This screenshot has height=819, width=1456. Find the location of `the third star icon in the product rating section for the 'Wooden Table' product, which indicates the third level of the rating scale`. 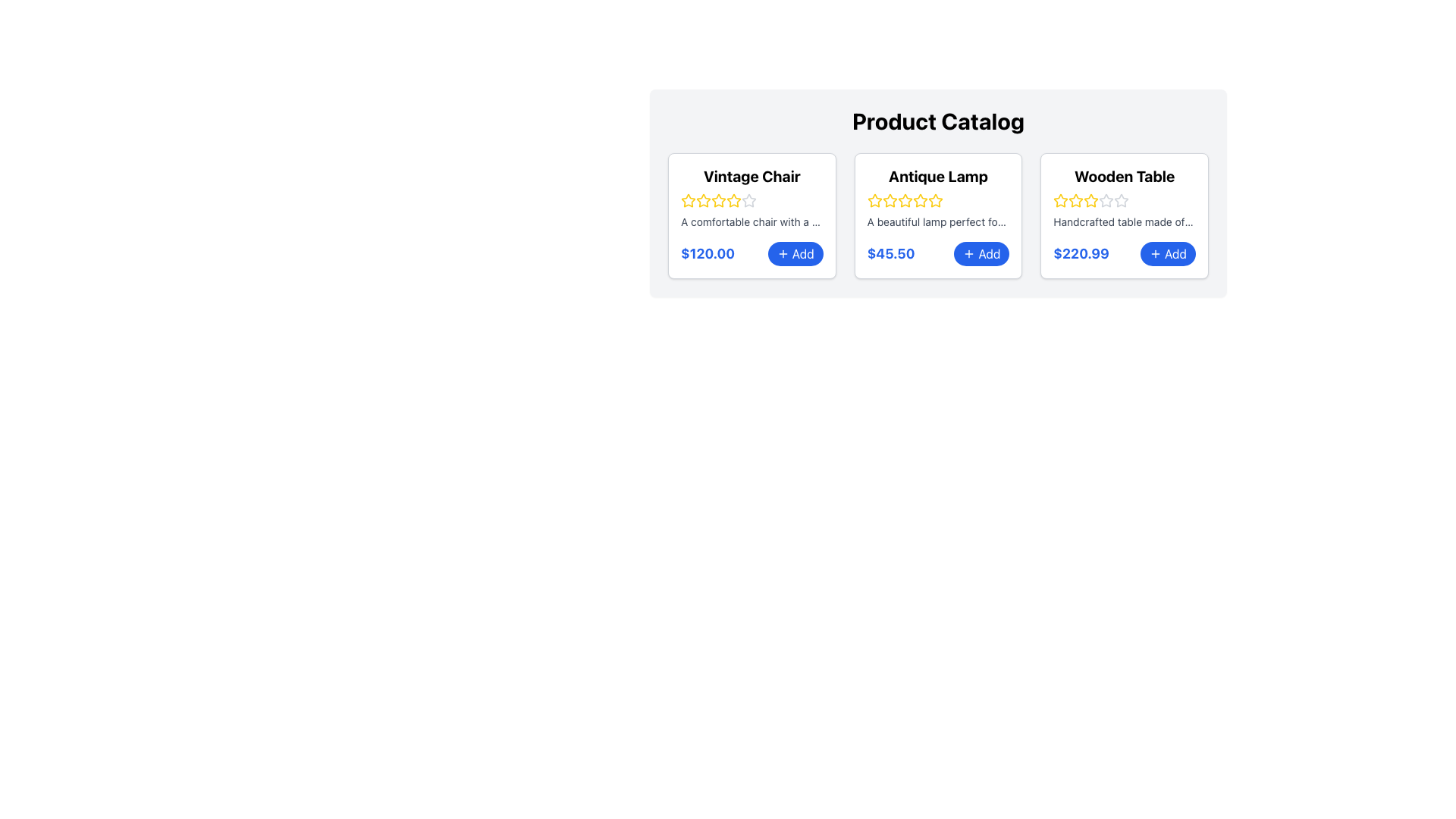

the third star icon in the product rating section for the 'Wooden Table' product, which indicates the third level of the rating scale is located at coordinates (1122, 199).